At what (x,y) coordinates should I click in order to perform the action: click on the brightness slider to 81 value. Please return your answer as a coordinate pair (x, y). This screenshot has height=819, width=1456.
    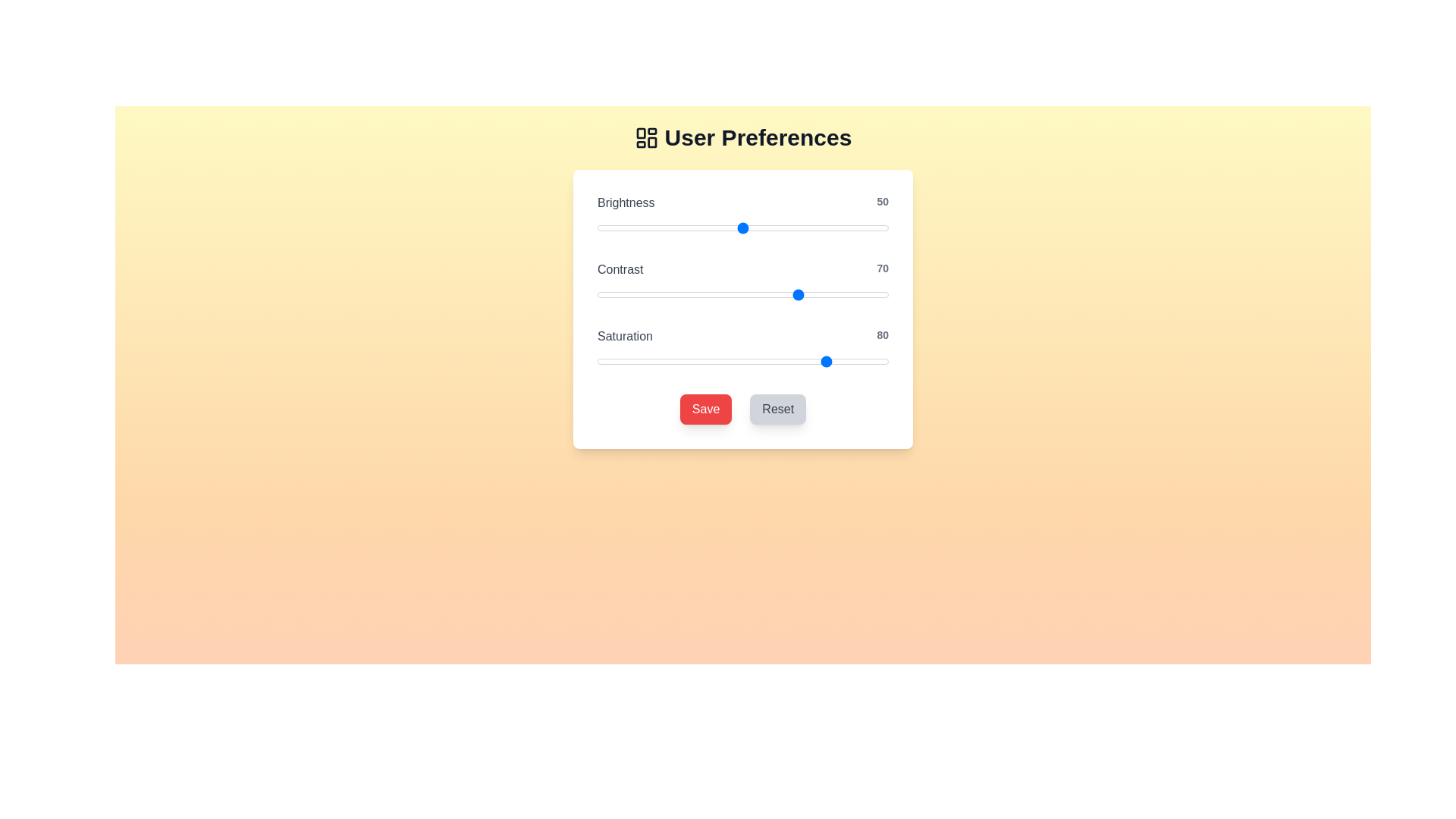
    Looking at the image, I should click on (833, 227).